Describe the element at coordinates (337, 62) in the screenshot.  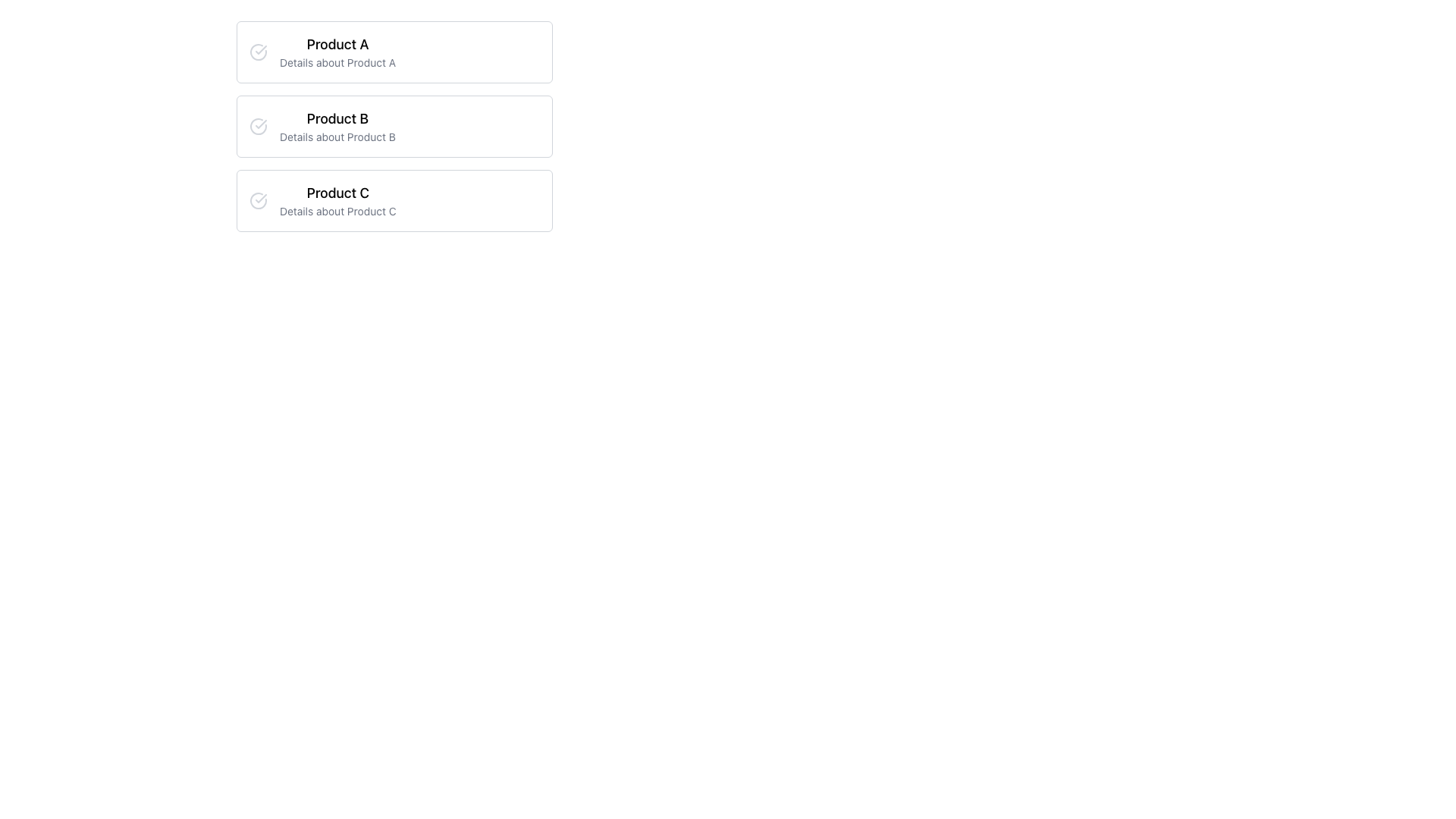
I see `the text label providing additional details about 'Product A', which is located directly below the product title` at that location.